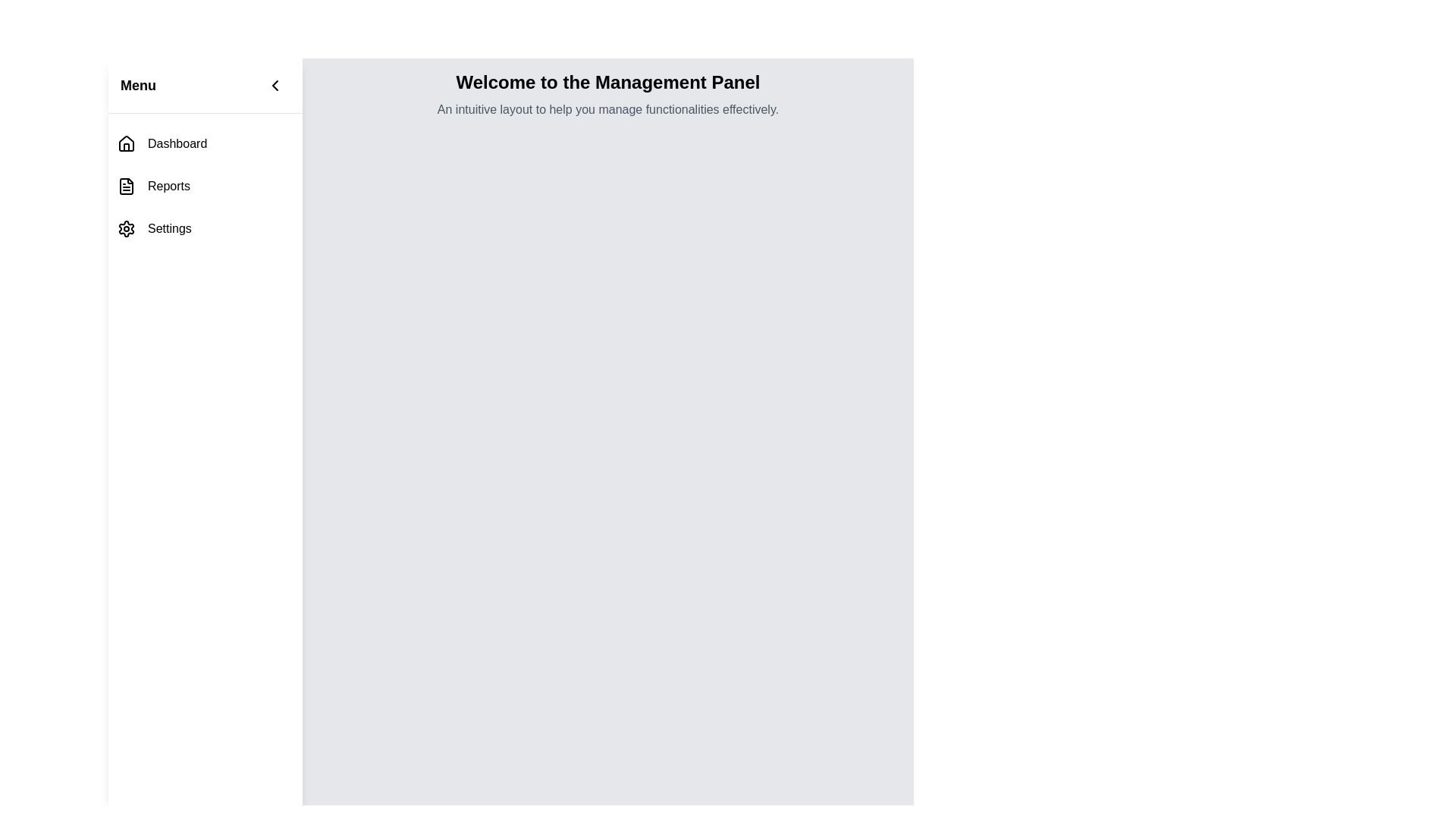 This screenshot has width=1456, height=819. I want to click on the 'Settings' text label located in the navigation panel on the left, which is the third item in the vertical list of options, so click(169, 228).